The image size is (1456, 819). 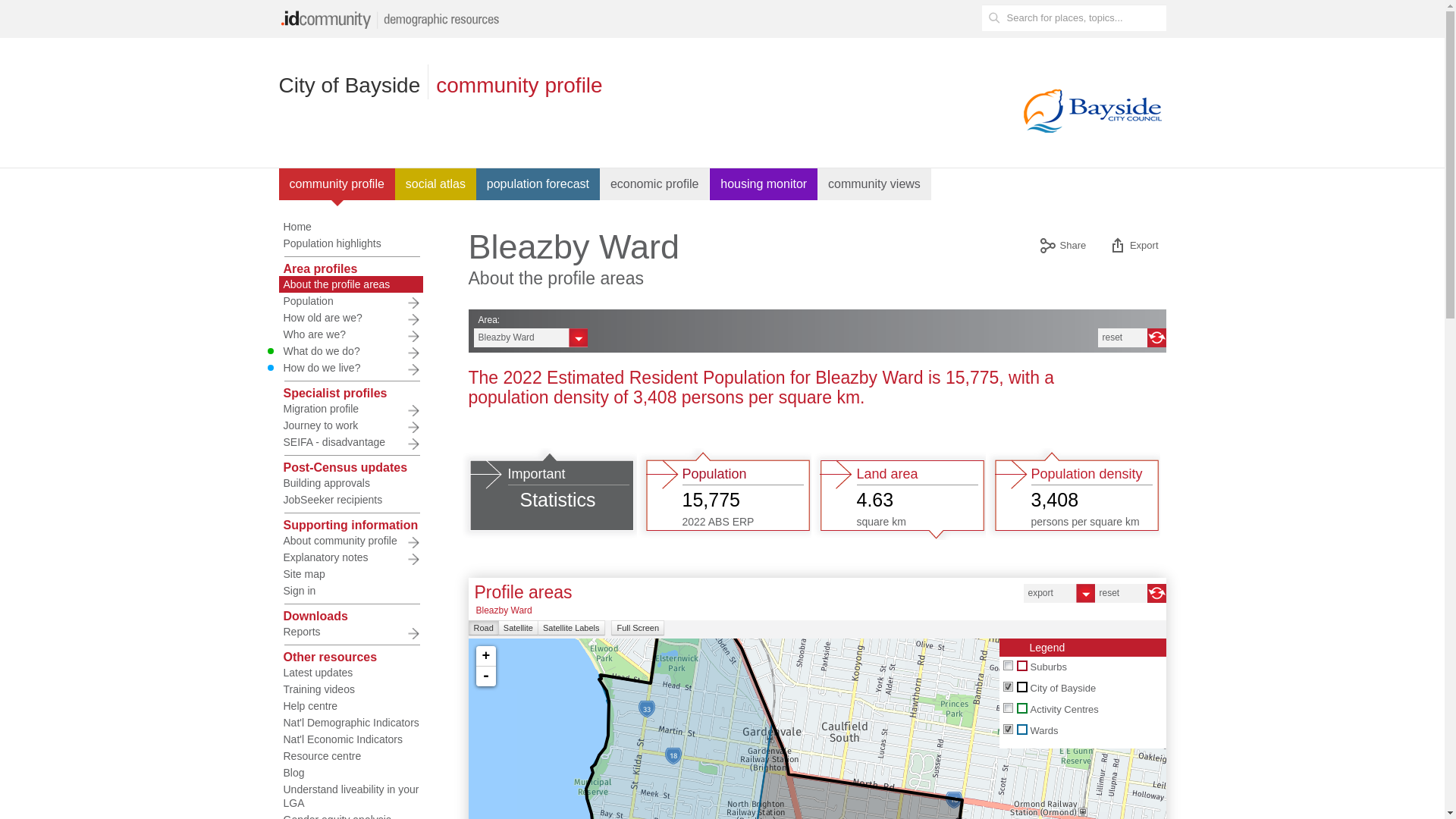 What do you see at coordinates (874, 184) in the screenshot?
I see `'community views'` at bounding box center [874, 184].